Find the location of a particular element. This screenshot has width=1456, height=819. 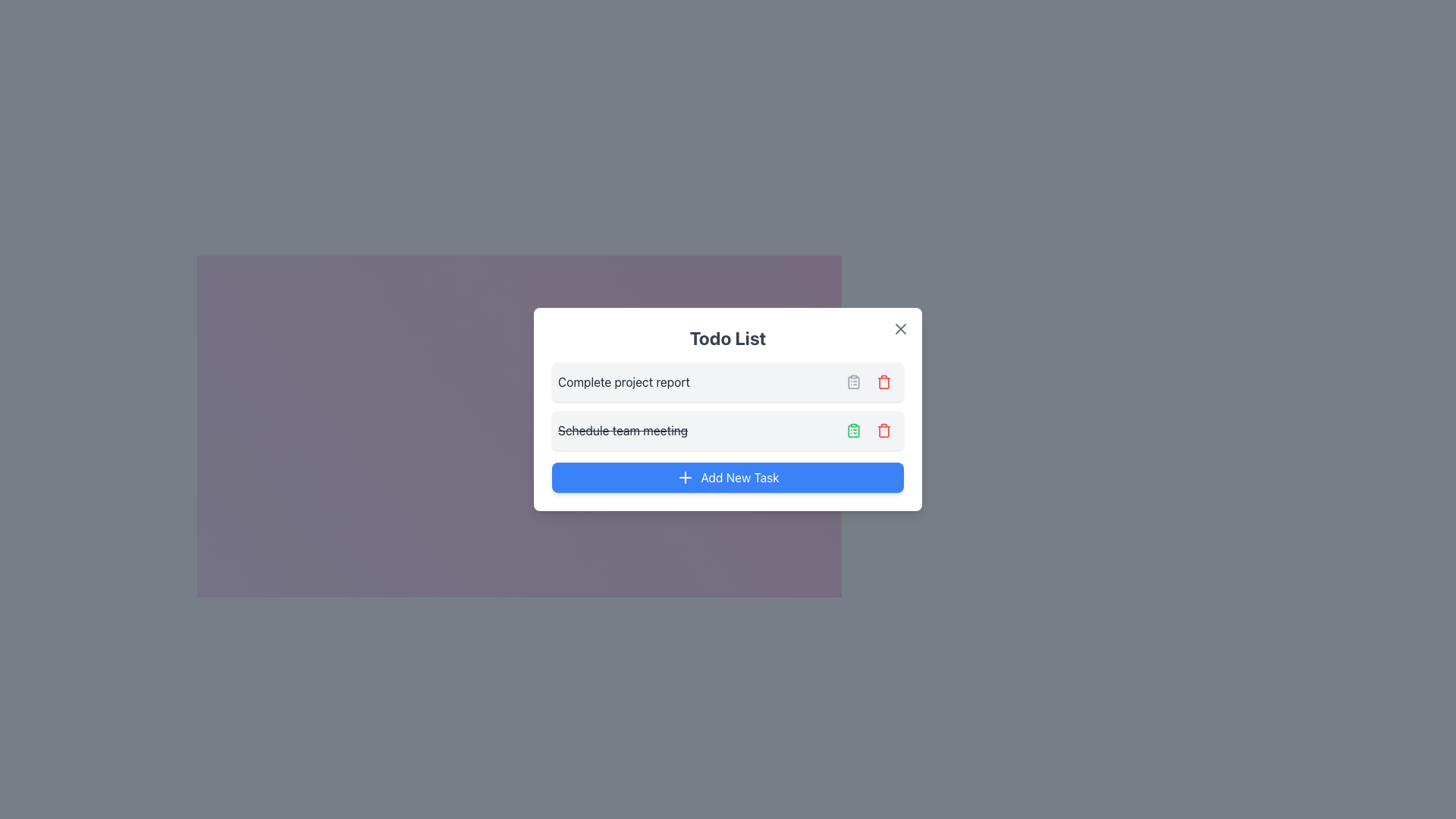

the 'Add Task' button located at the bottom center of the 'Todo List' card is located at coordinates (728, 476).